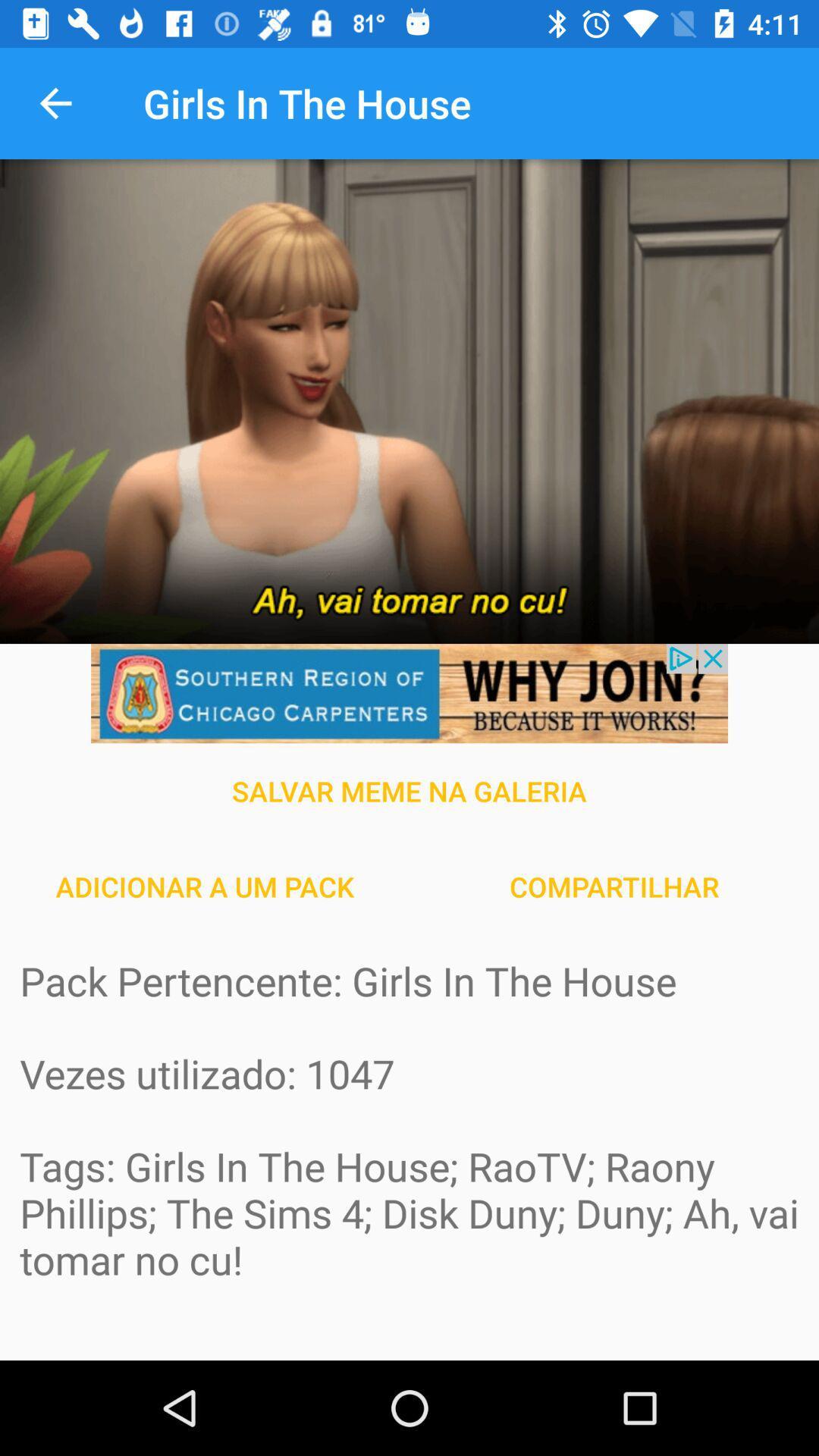 The height and width of the screenshot is (1456, 819). Describe the element at coordinates (409, 692) in the screenshot. I see `advertisement banner` at that location.